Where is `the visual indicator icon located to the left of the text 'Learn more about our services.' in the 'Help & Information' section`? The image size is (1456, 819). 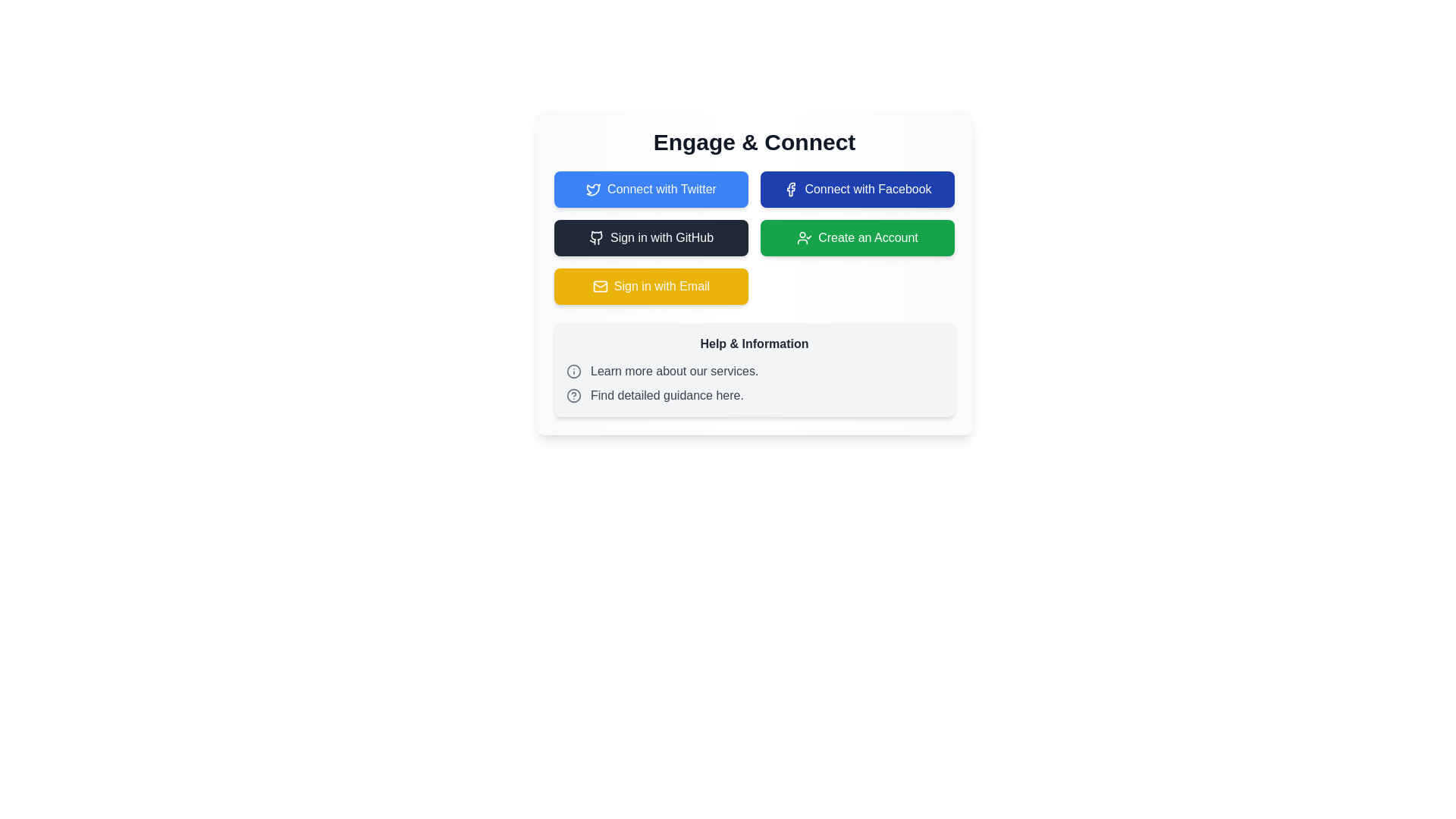 the visual indicator icon located to the left of the text 'Learn more about our services.' in the 'Help & Information' section is located at coordinates (573, 371).